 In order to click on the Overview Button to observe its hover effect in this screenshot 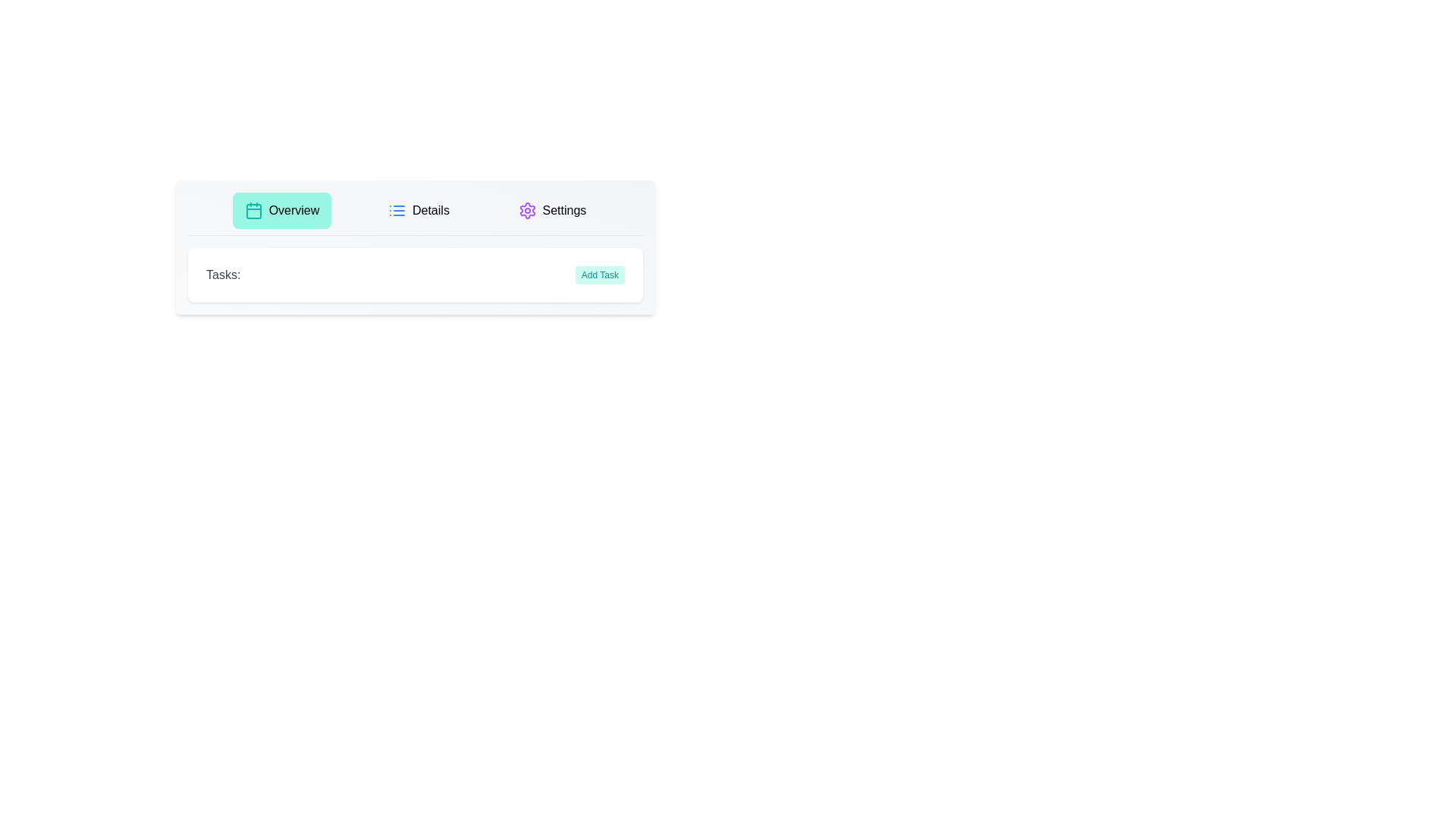, I will do `click(281, 210)`.